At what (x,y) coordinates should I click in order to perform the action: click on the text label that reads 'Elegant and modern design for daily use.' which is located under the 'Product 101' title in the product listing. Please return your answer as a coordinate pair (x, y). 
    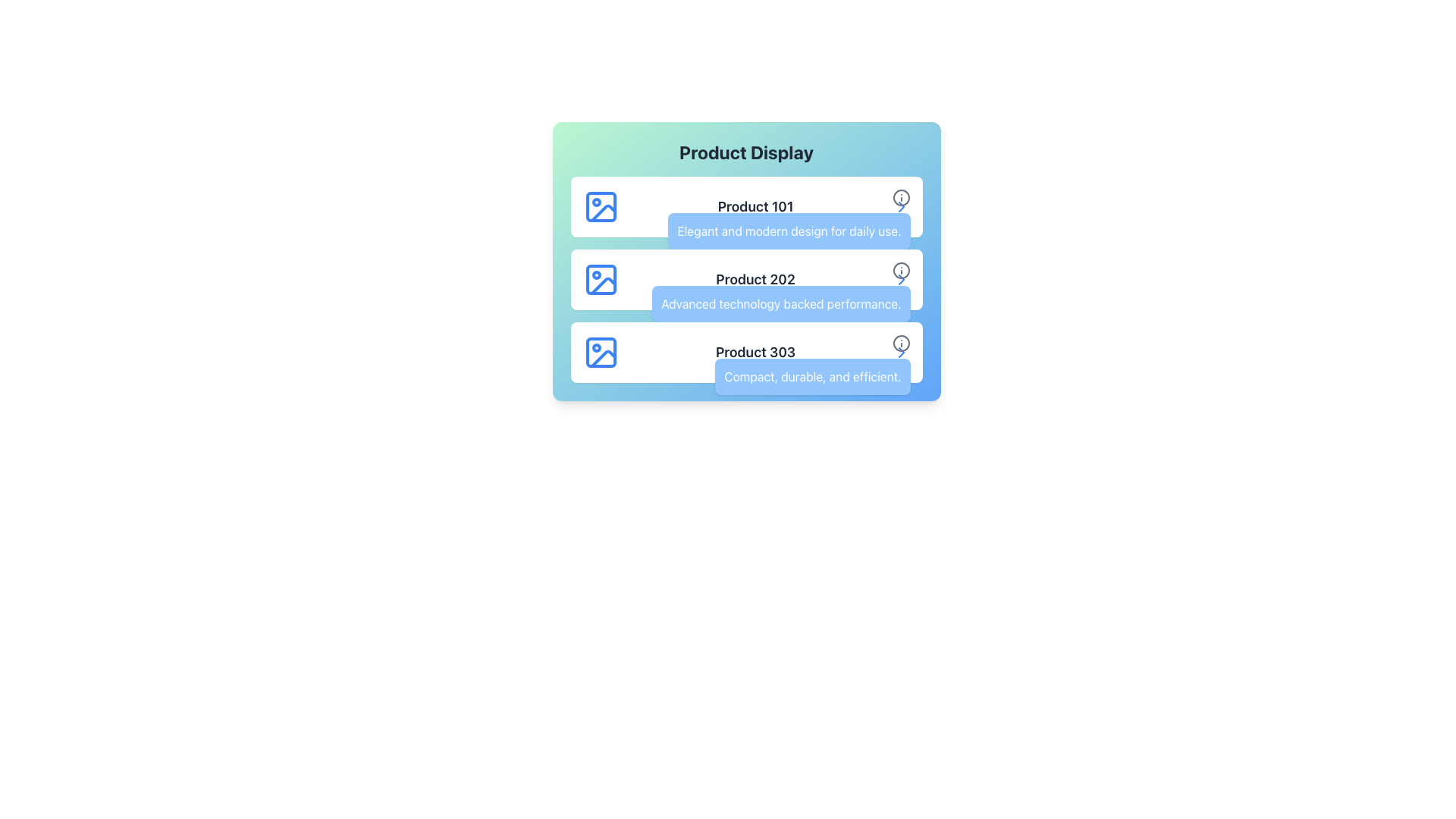
    Looking at the image, I should click on (789, 231).